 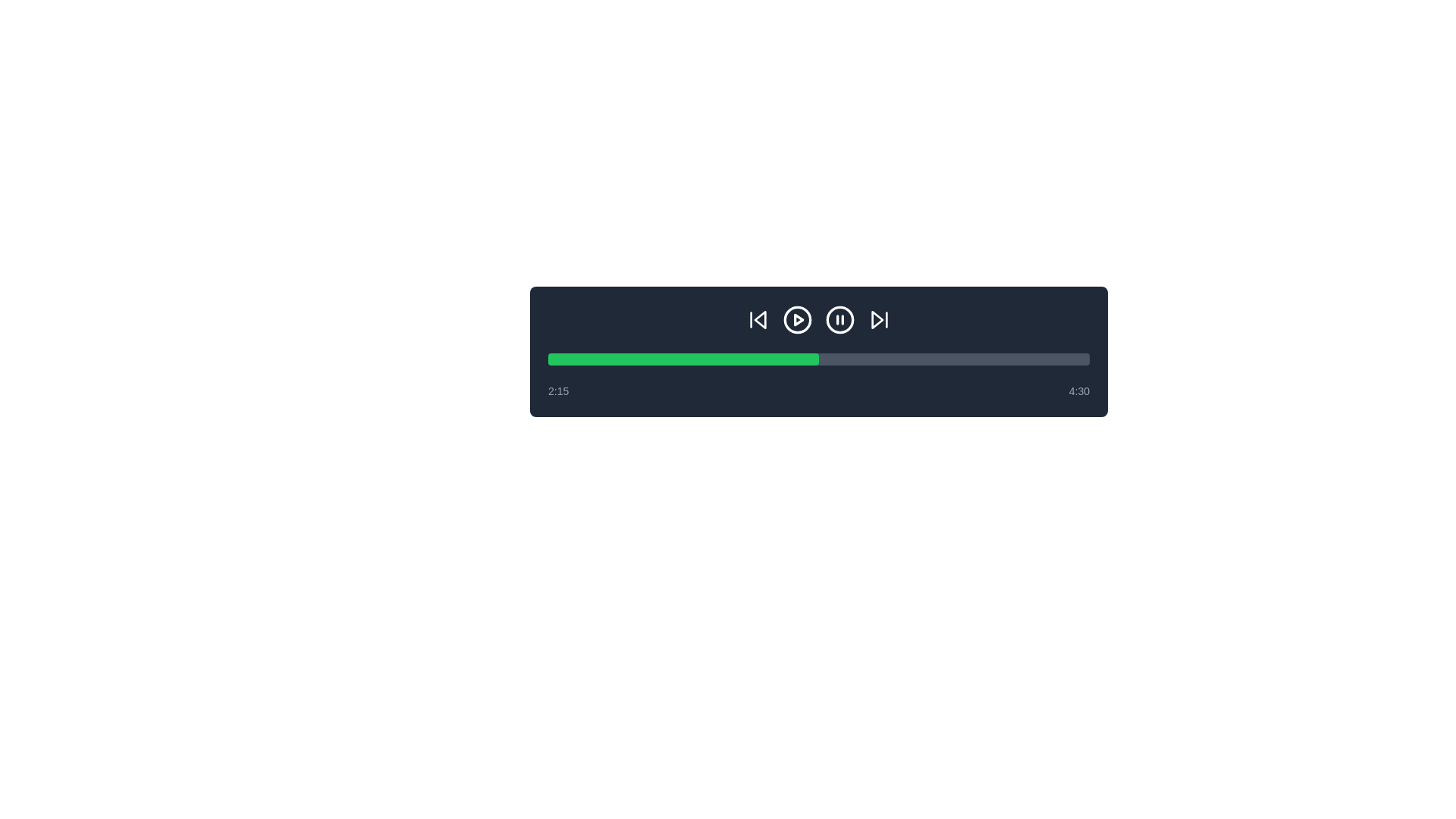 What do you see at coordinates (760, 318) in the screenshot?
I see `the previous track button on the media player interface` at bounding box center [760, 318].